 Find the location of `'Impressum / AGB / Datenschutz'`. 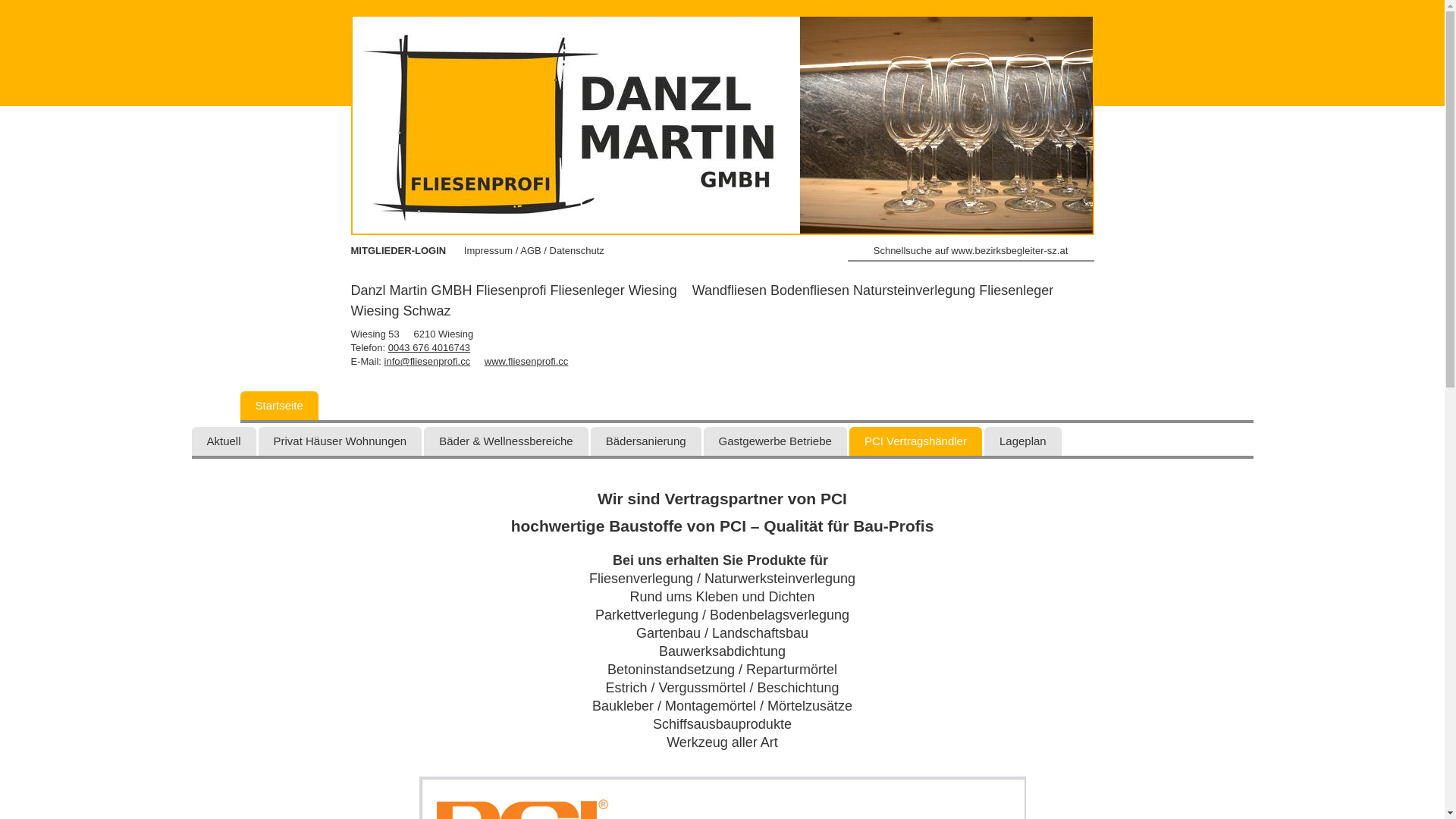

'Impressum / AGB / Datenschutz' is located at coordinates (534, 249).